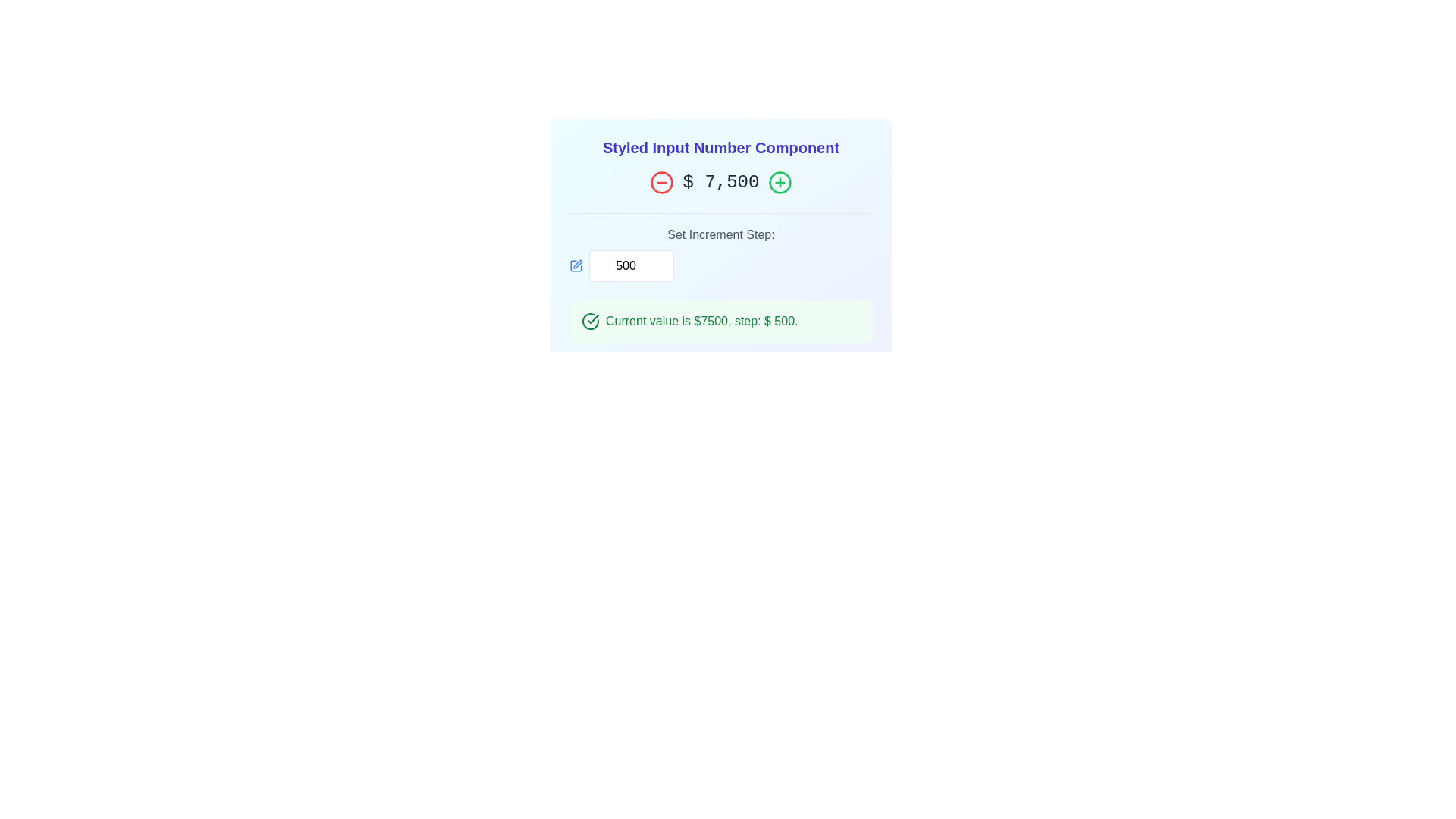 Image resolution: width=1456 pixels, height=819 pixels. What do you see at coordinates (661, 181) in the screenshot?
I see `the circular decrement button element located to the left of the numeric value display ($7,500)` at bounding box center [661, 181].